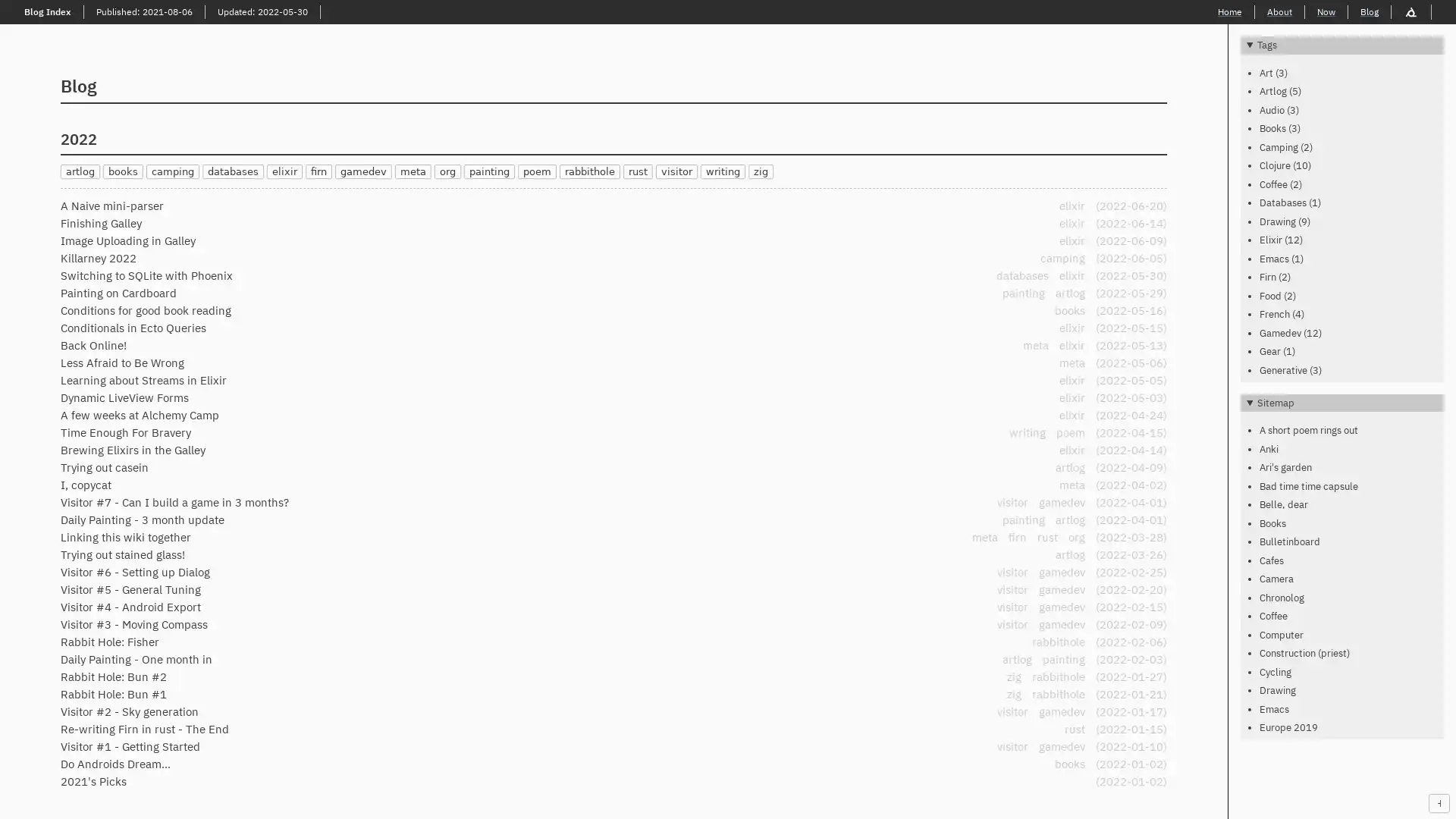  Describe the element at coordinates (676, 171) in the screenshot. I see `visitor` at that location.